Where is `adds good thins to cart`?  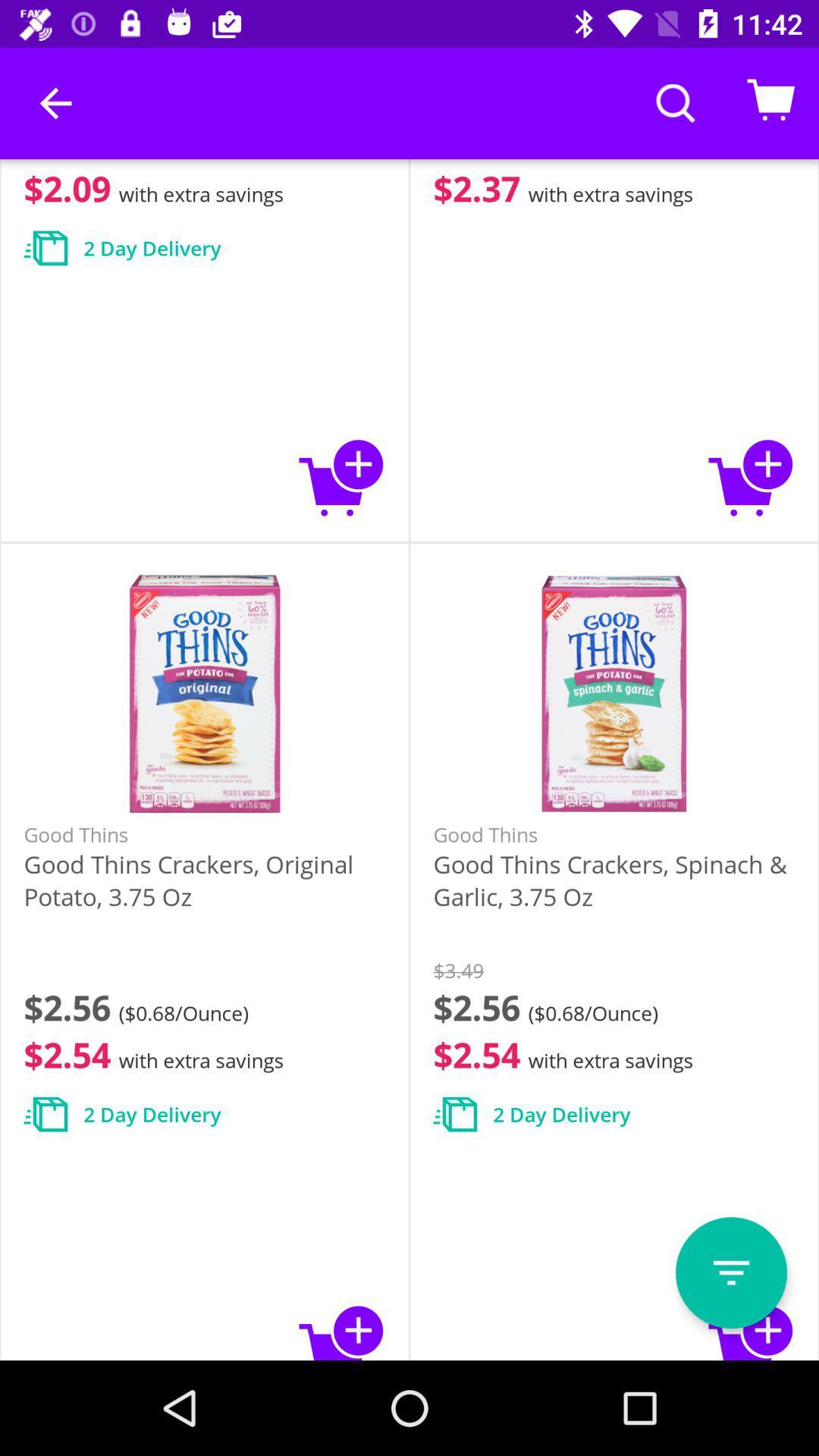
adds good thins to cart is located at coordinates (342, 1329).